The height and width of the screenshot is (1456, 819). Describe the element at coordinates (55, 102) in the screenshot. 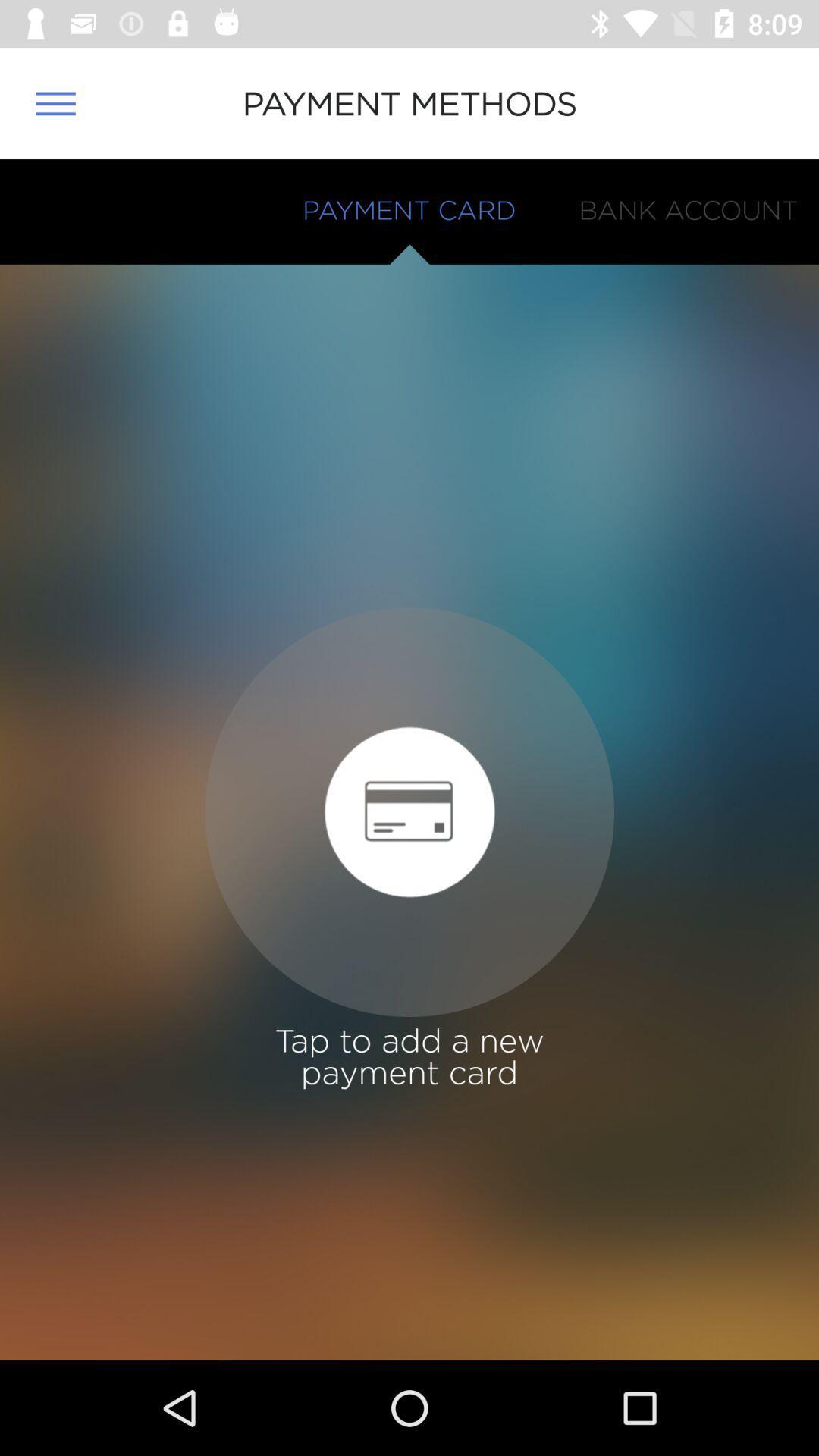

I see `the icon at the top left corner` at that location.